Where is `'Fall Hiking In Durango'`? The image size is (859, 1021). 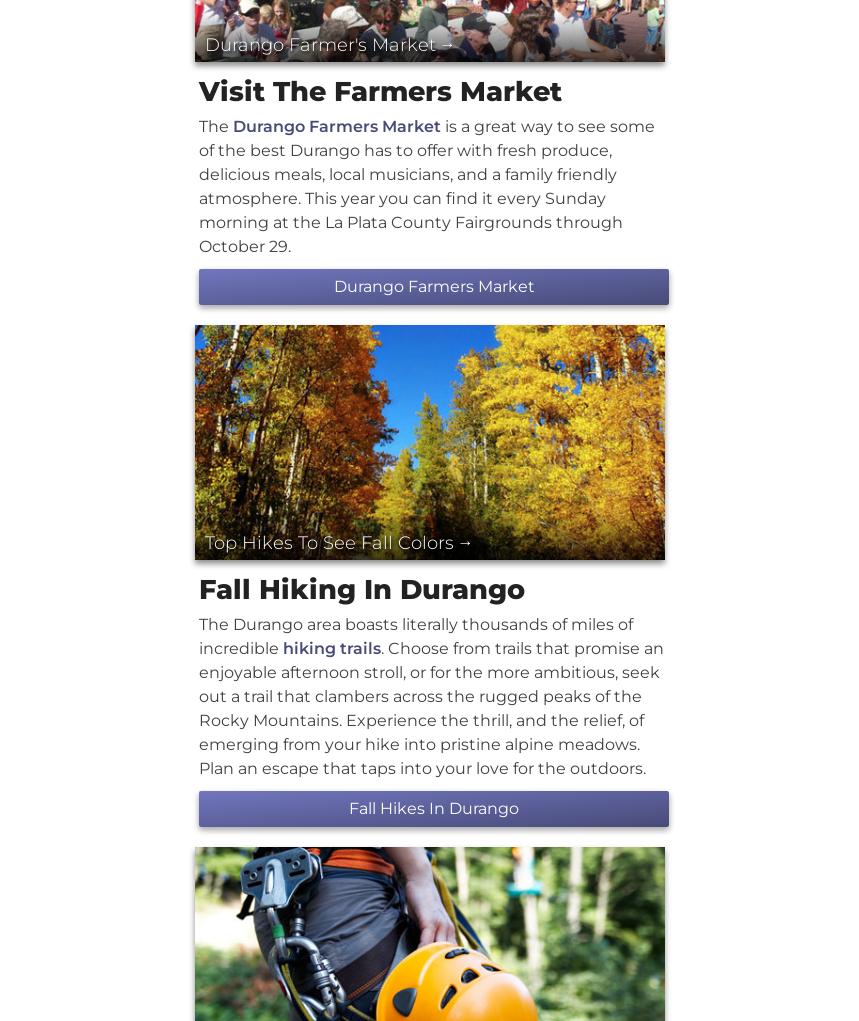
'Fall Hiking In Durango' is located at coordinates (360, 588).